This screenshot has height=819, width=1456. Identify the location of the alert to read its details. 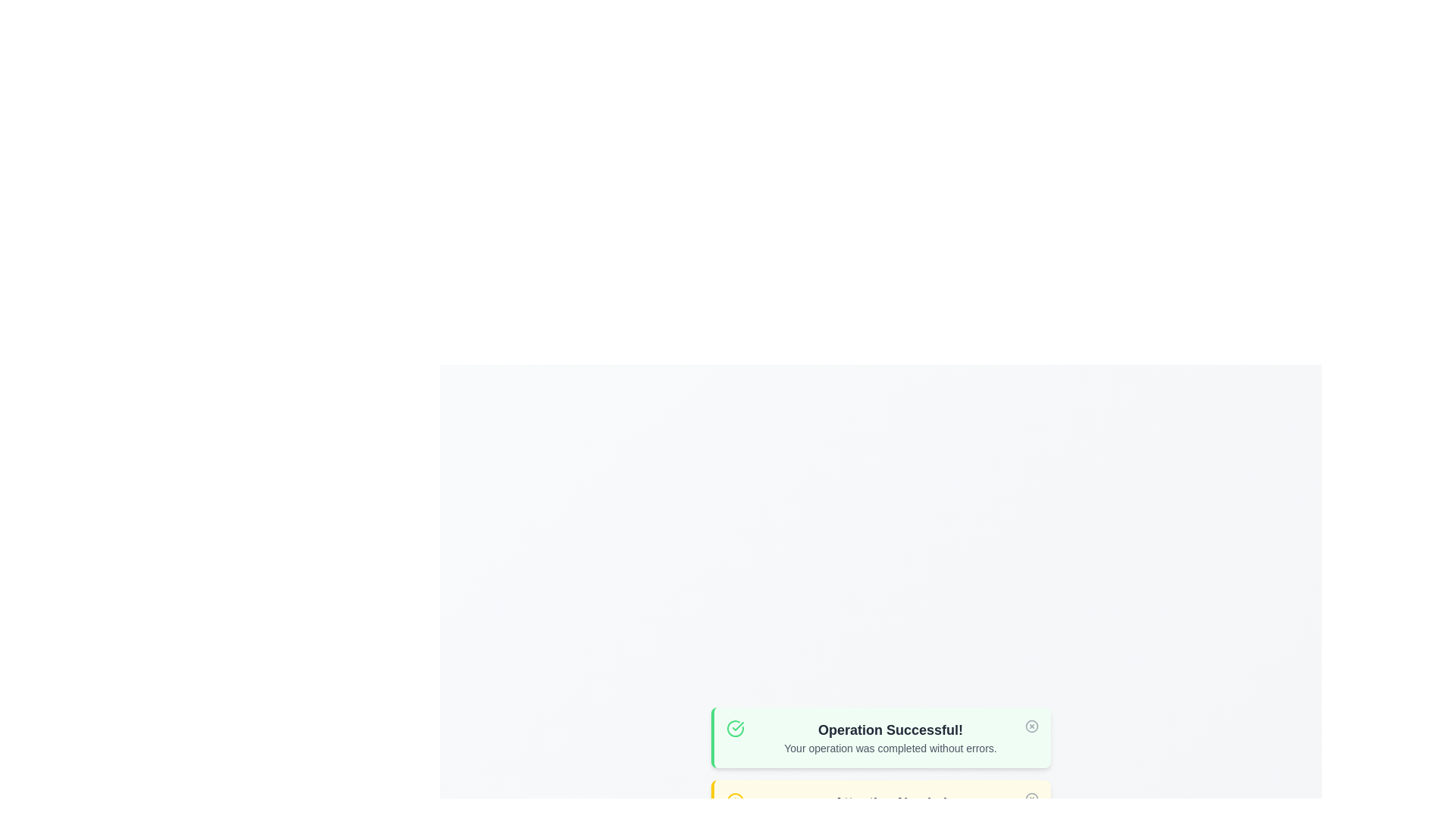
(880, 736).